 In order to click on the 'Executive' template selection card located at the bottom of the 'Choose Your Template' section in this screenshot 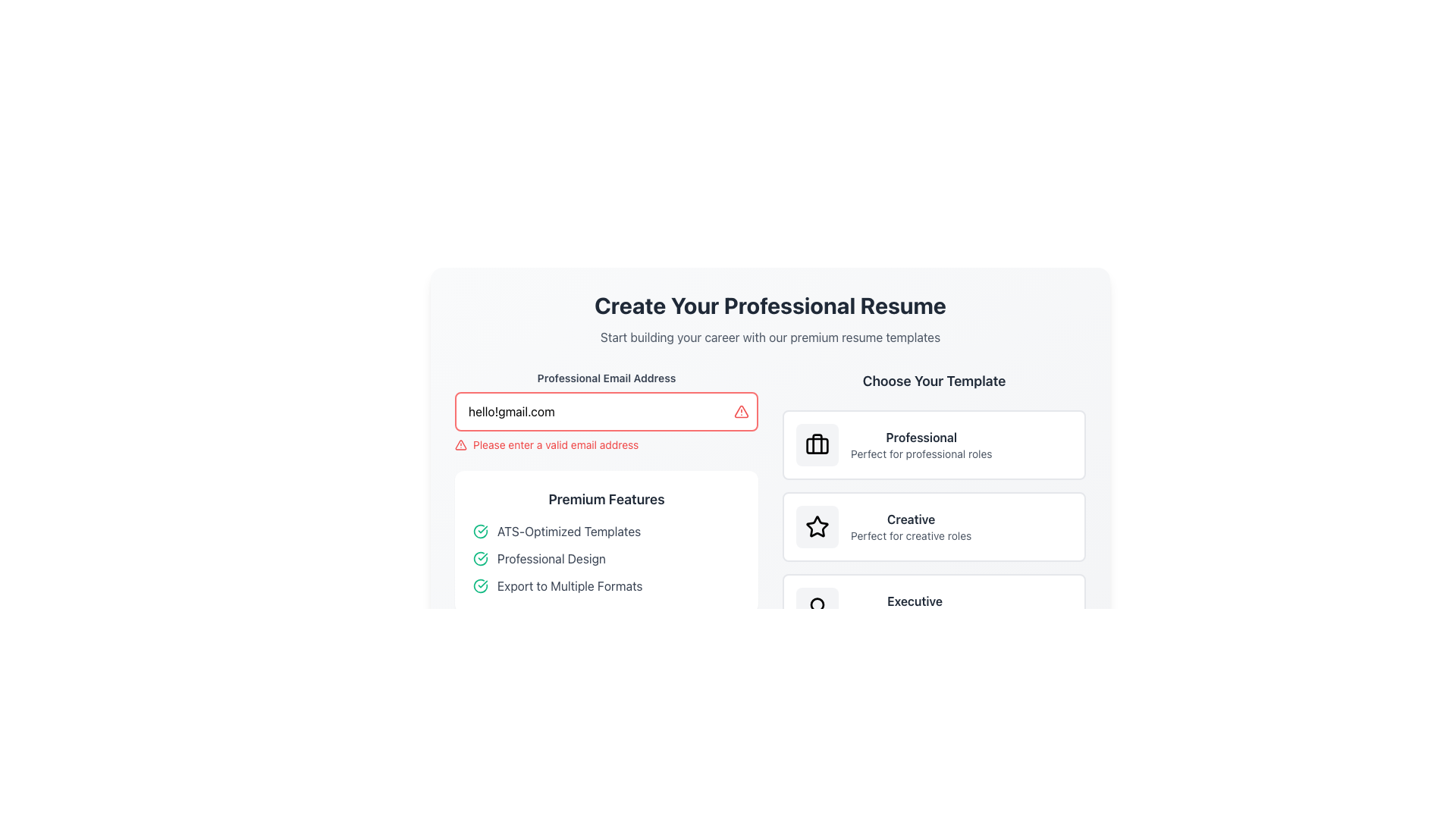, I will do `click(934, 607)`.